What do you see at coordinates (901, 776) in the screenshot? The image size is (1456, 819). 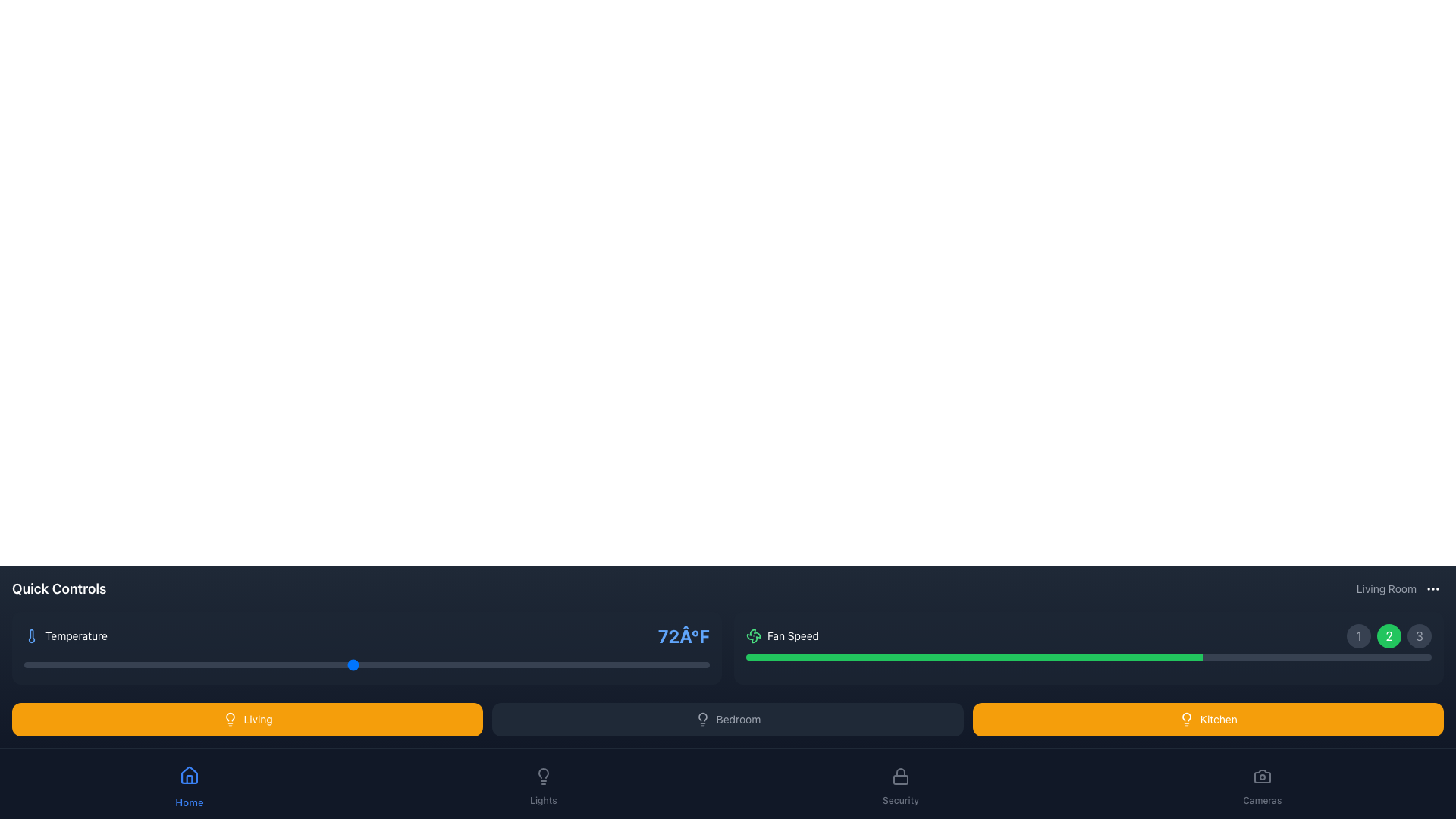 I see `the lock icon in the bottom navigation panel labeled 'Security'` at bounding box center [901, 776].